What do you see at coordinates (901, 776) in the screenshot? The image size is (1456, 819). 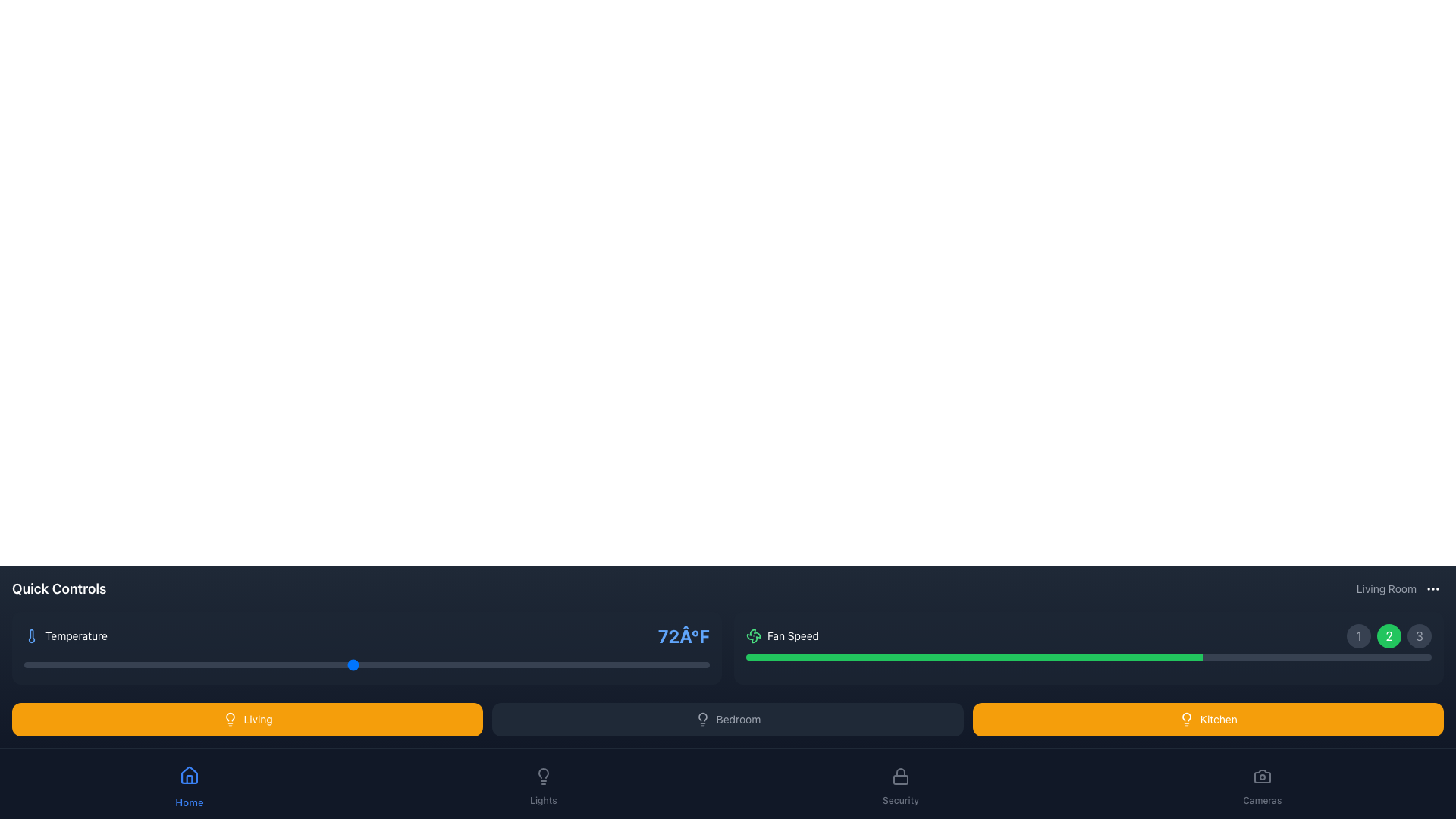 I see `the lock icon in the bottom navigation panel labeled 'Security'` at bounding box center [901, 776].